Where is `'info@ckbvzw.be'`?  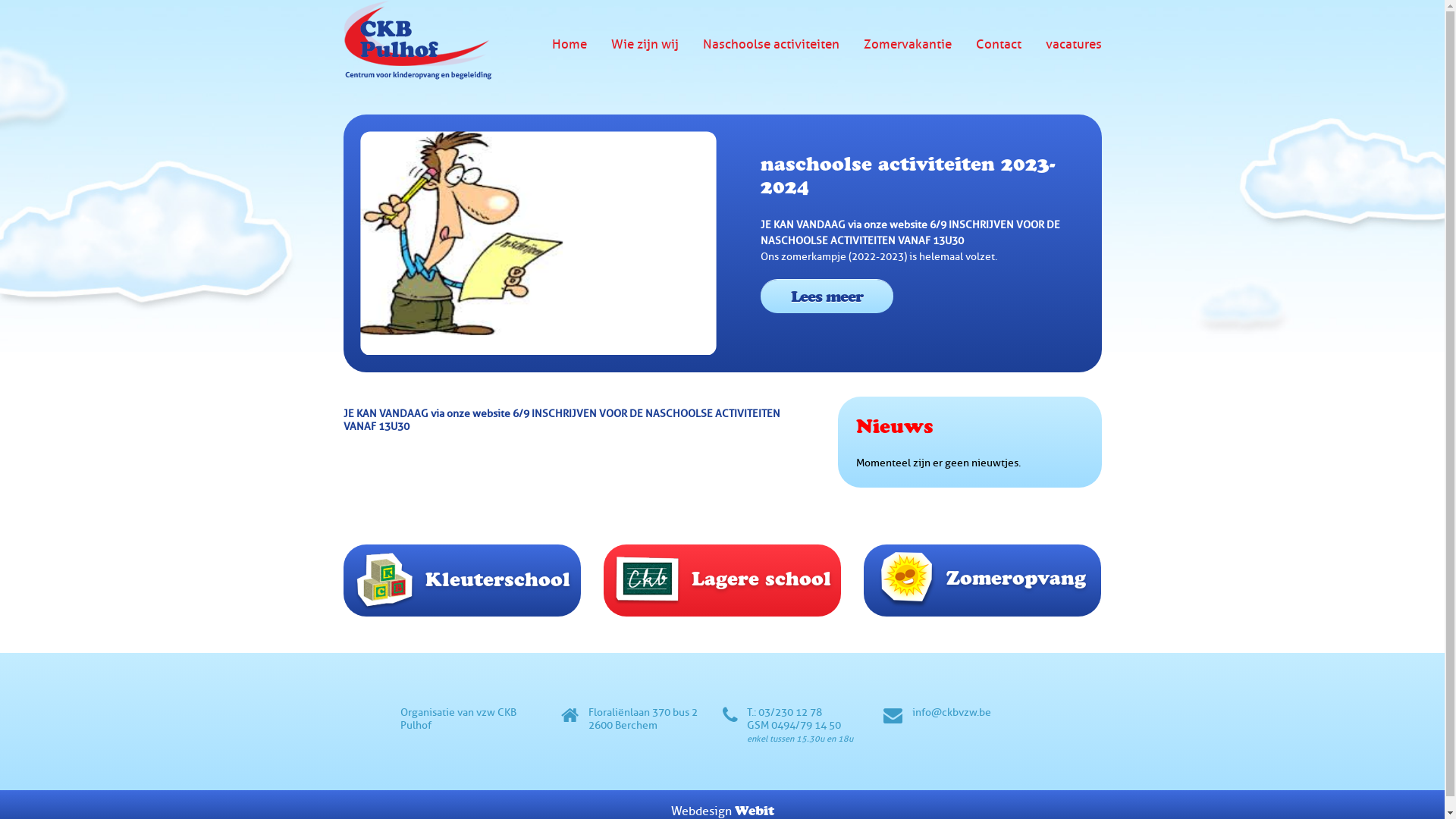
'info@ckbvzw.be' is located at coordinates (949, 712).